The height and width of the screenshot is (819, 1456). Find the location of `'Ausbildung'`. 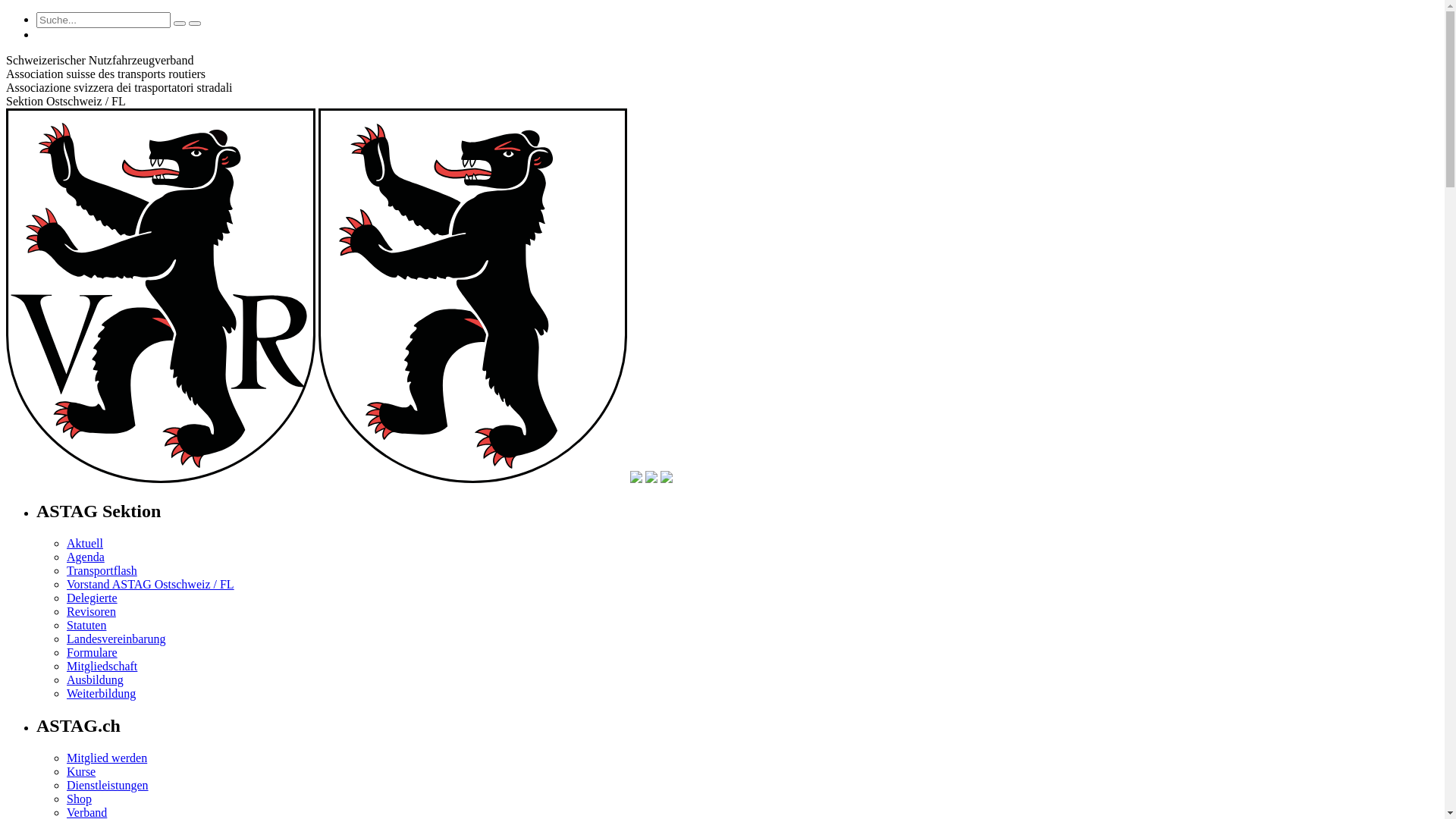

'Ausbildung' is located at coordinates (94, 679).